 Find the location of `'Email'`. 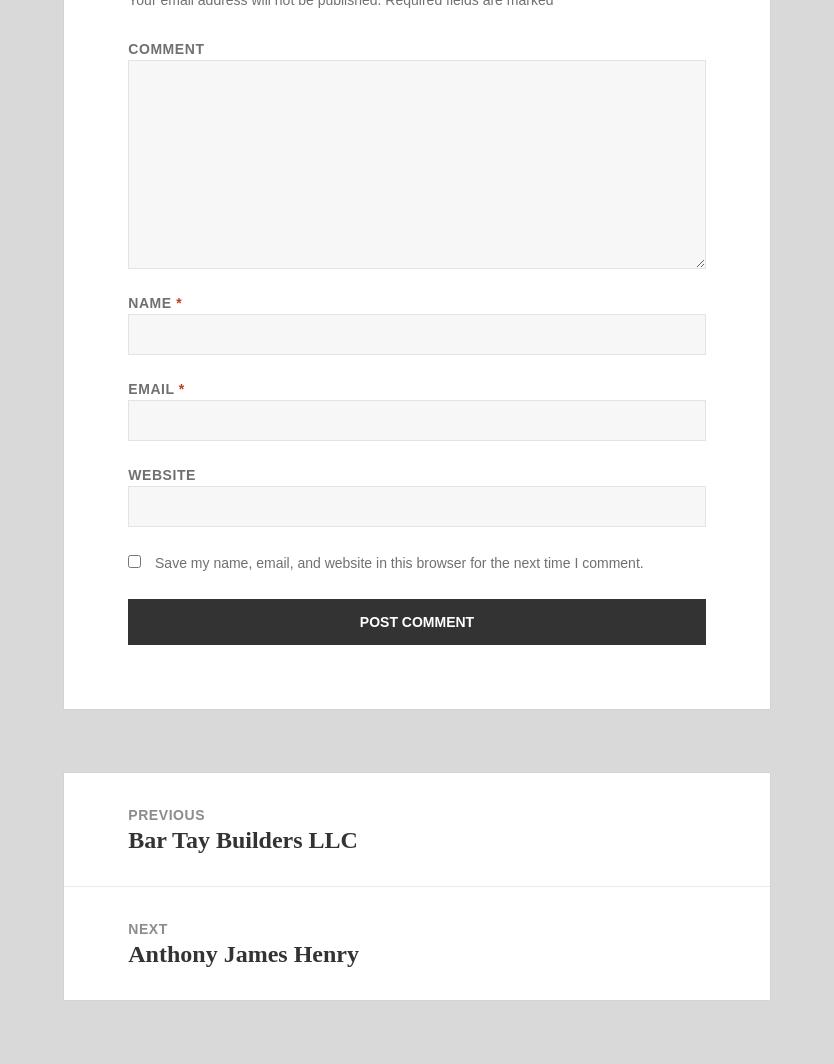

'Email' is located at coordinates (153, 388).